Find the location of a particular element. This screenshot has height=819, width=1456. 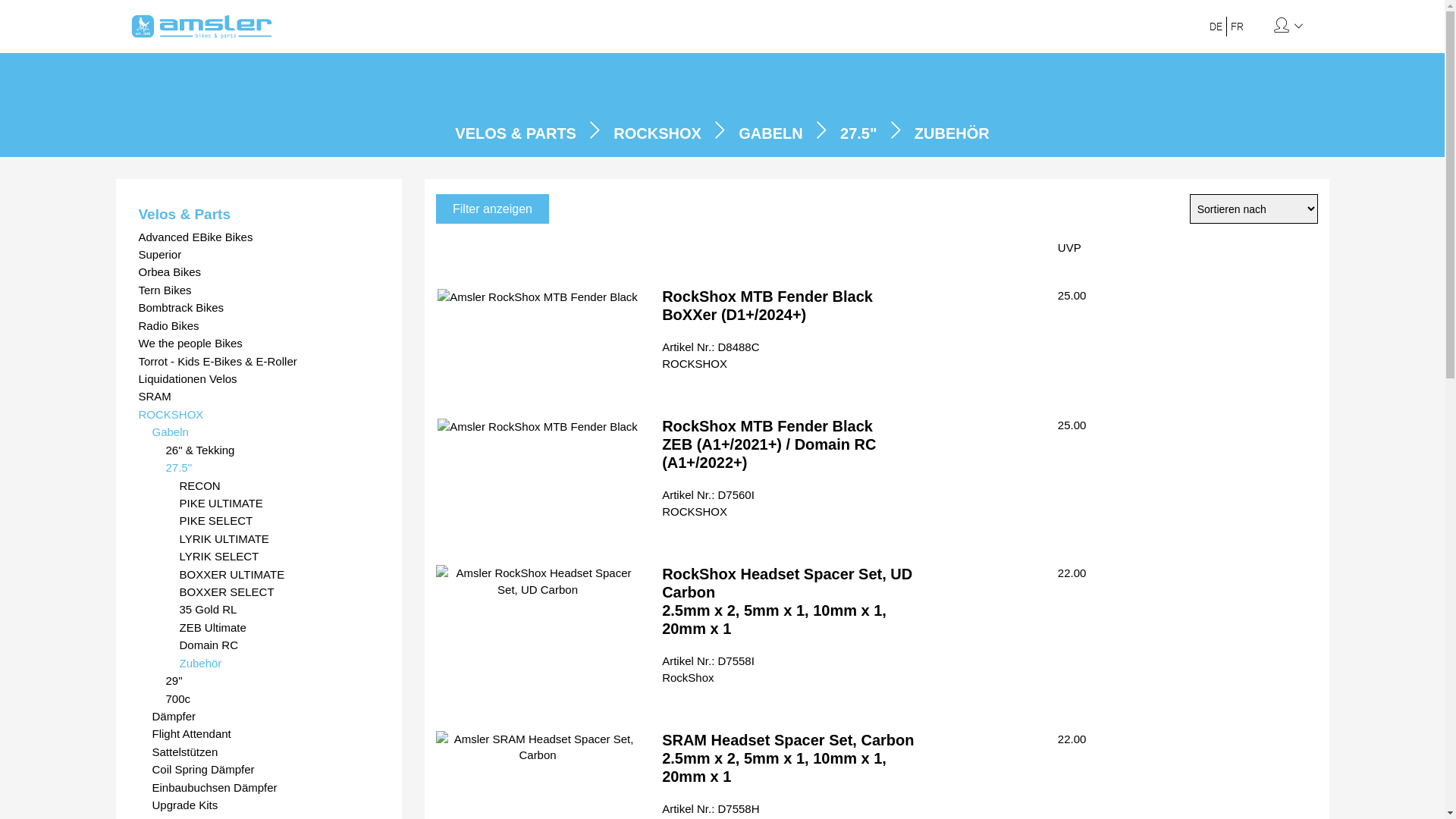

'GABELN' is located at coordinates (770, 133).